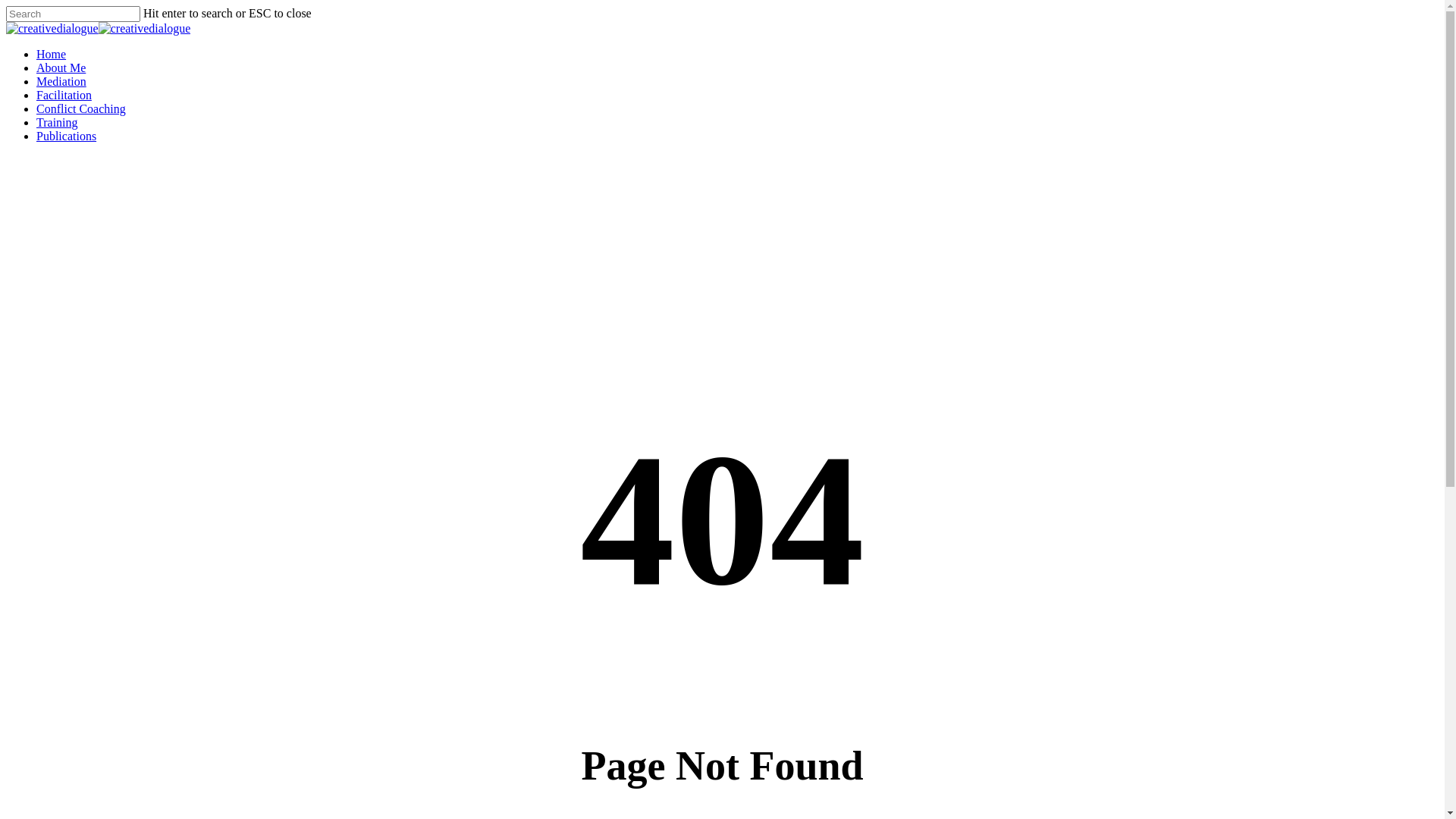 This screenshot has height=819, width=1456. I want to click on 'Home', so click(51, 53).